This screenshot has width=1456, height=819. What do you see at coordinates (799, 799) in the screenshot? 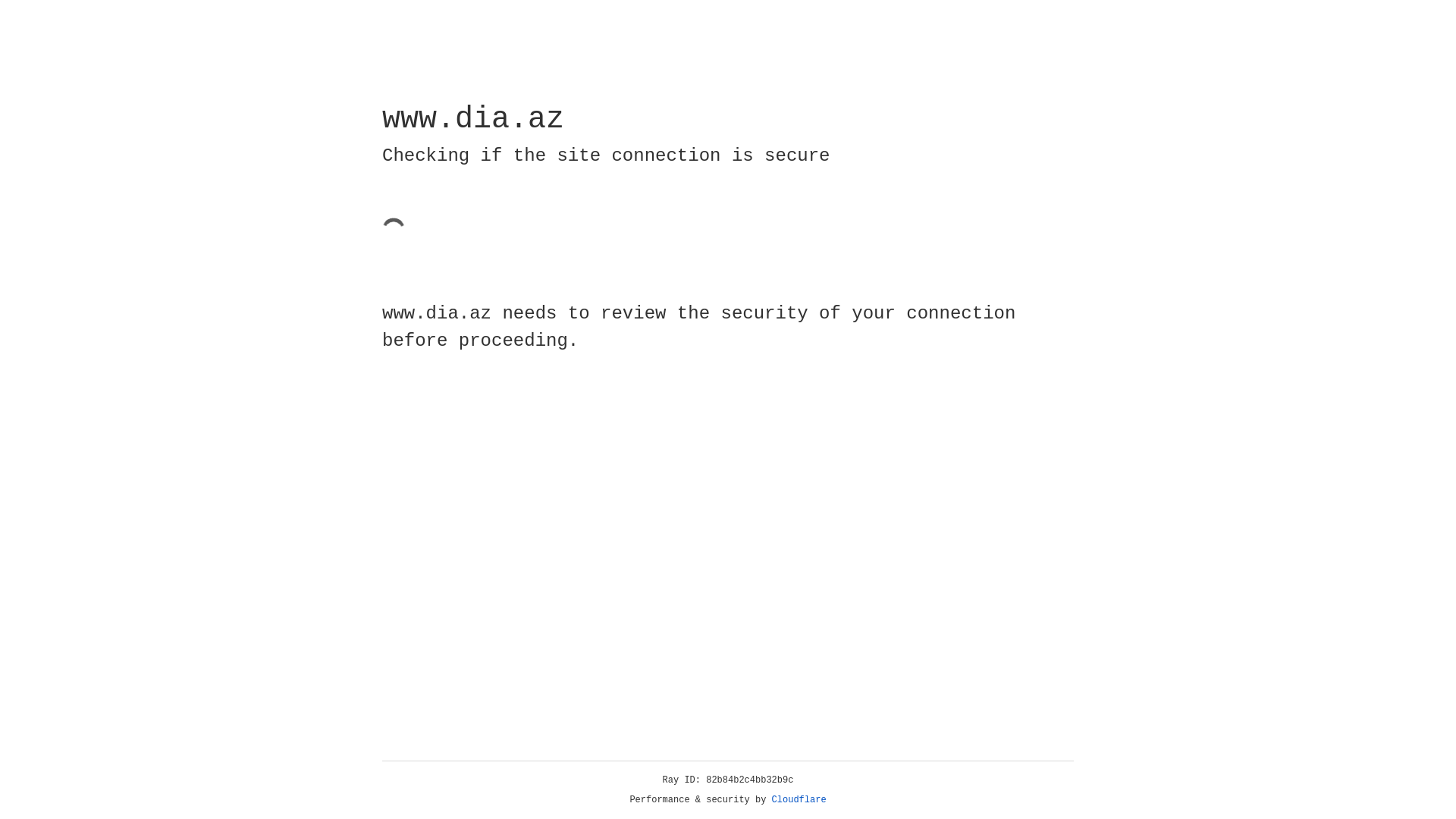
I see `'Cloudflare'` at bounding box center [799, 799].